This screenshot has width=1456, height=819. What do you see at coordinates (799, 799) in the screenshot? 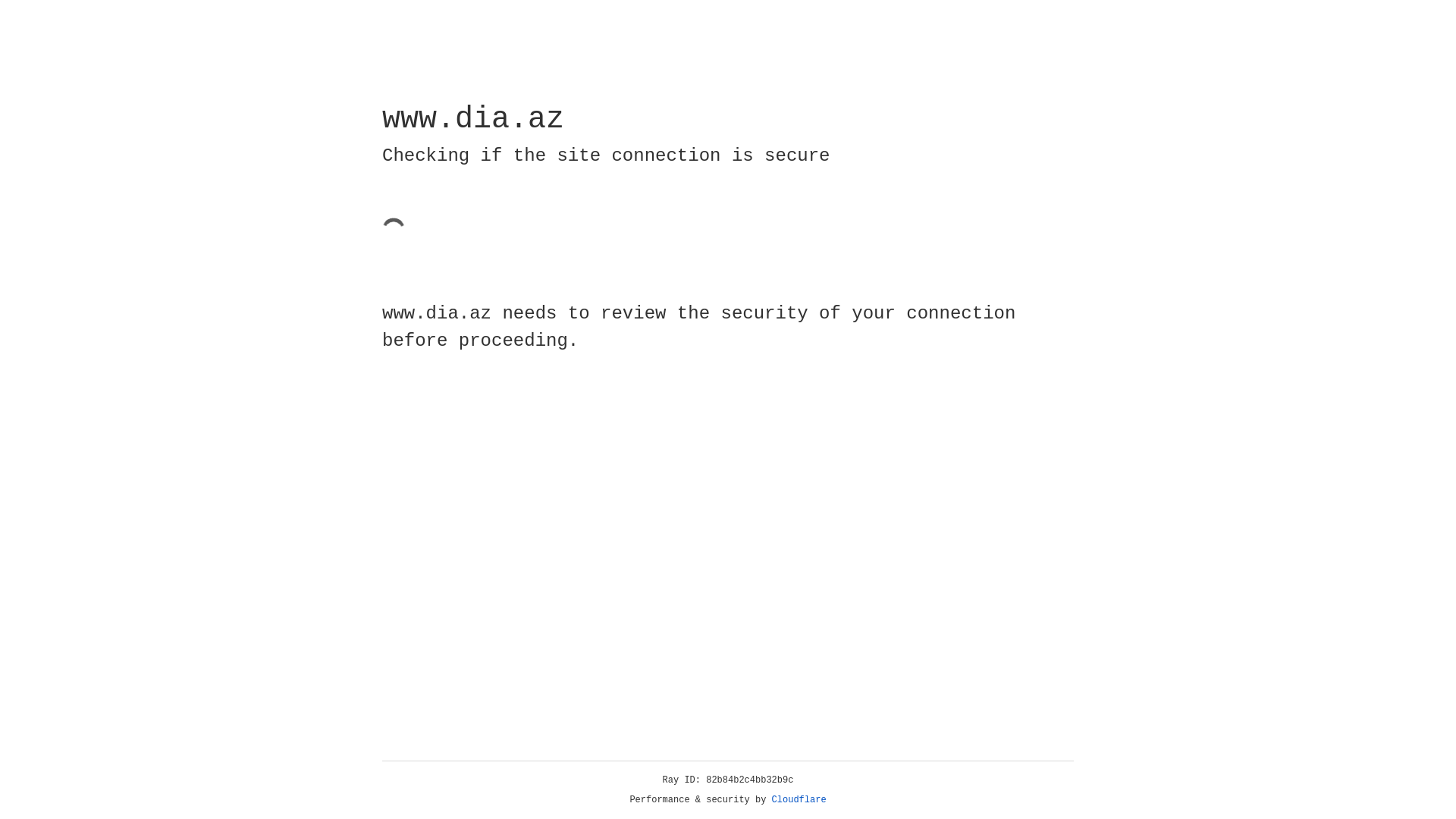
I see `'Cloudflare'` at bounding box center [799, 799].